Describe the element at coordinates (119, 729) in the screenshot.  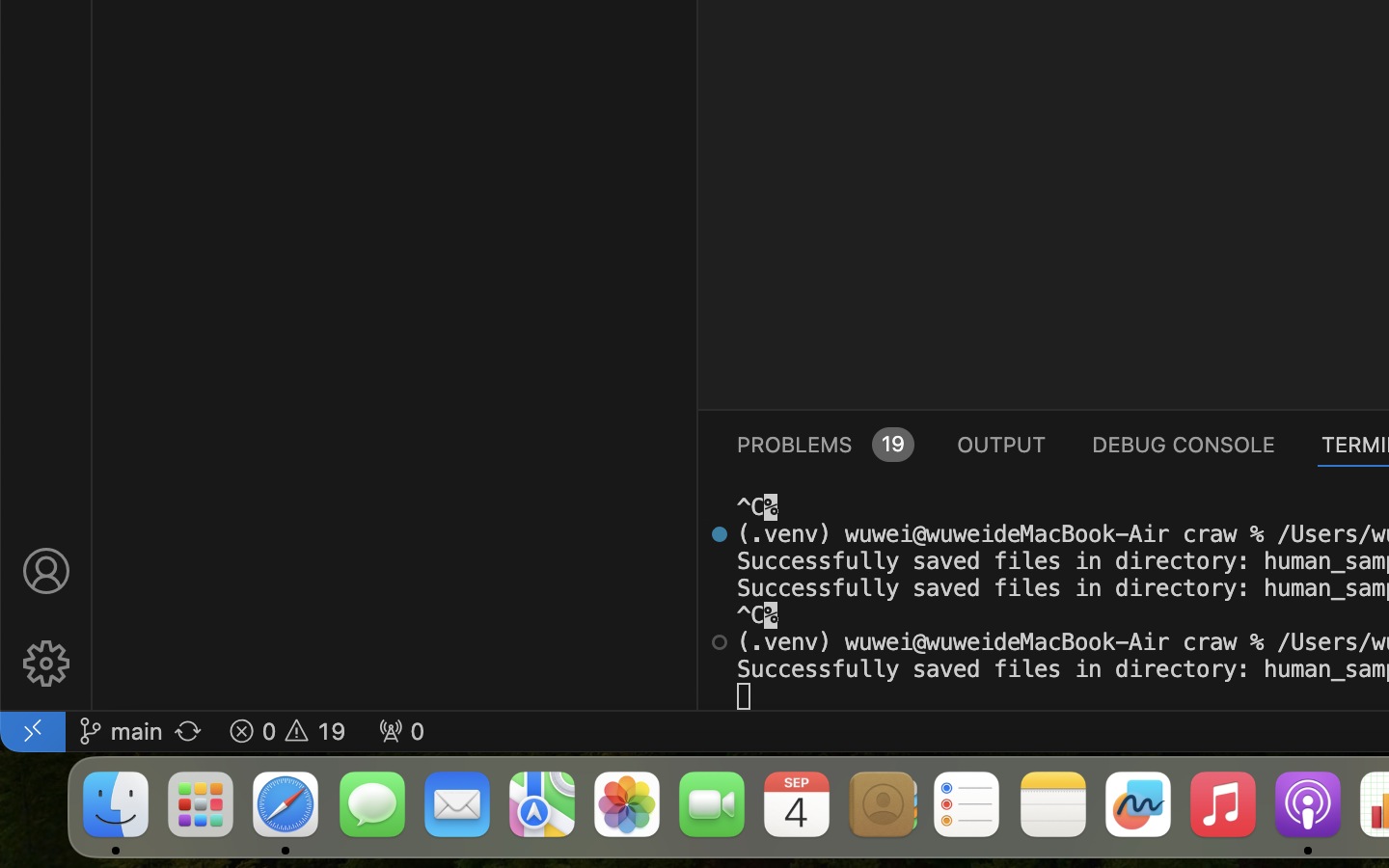
I see `'main '` at that location.